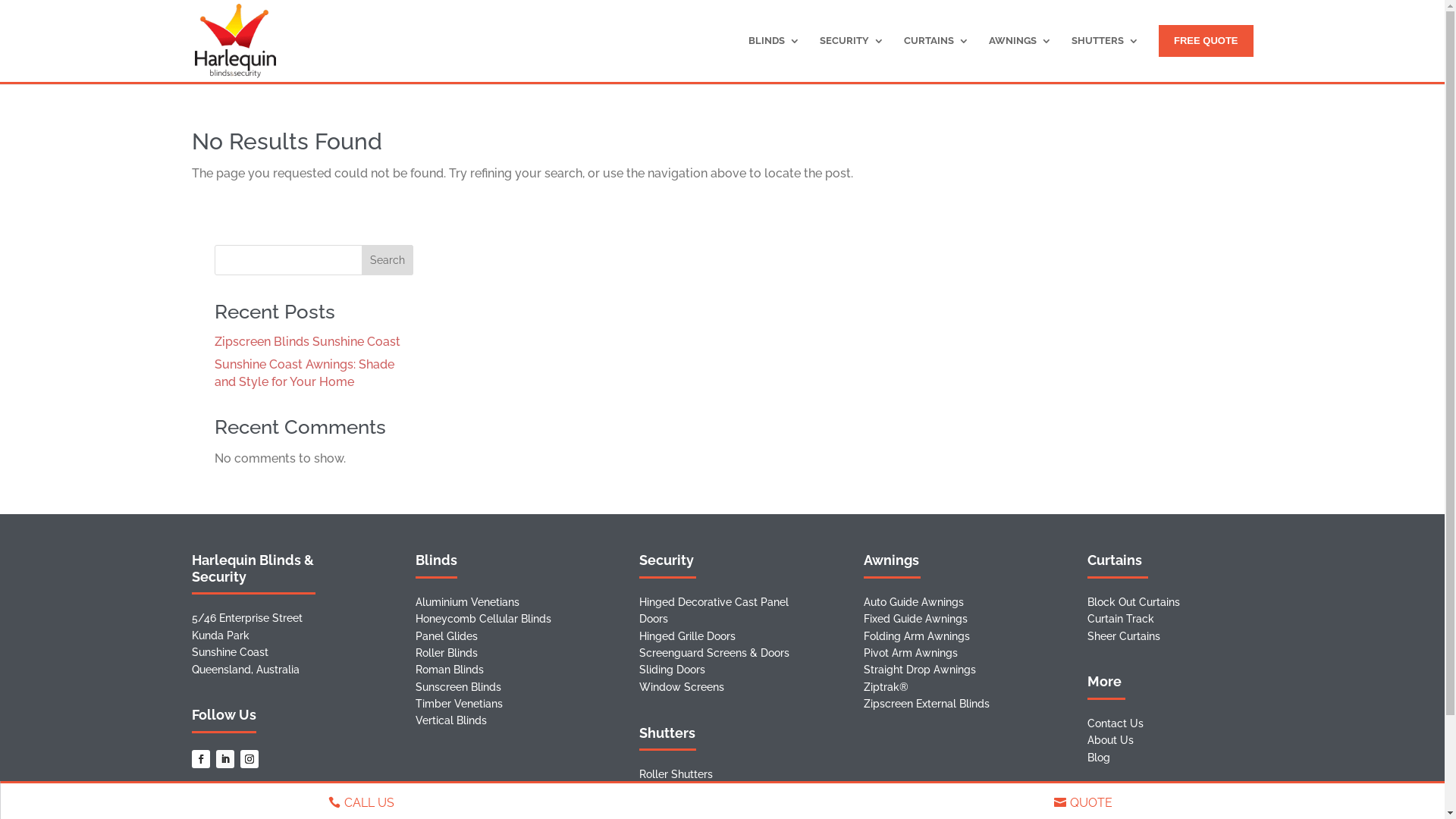 The image size is (1456, 819). Describe the element at coordinates (903, 56) in the screenshot. I see `'CURTAINS'` at that location.